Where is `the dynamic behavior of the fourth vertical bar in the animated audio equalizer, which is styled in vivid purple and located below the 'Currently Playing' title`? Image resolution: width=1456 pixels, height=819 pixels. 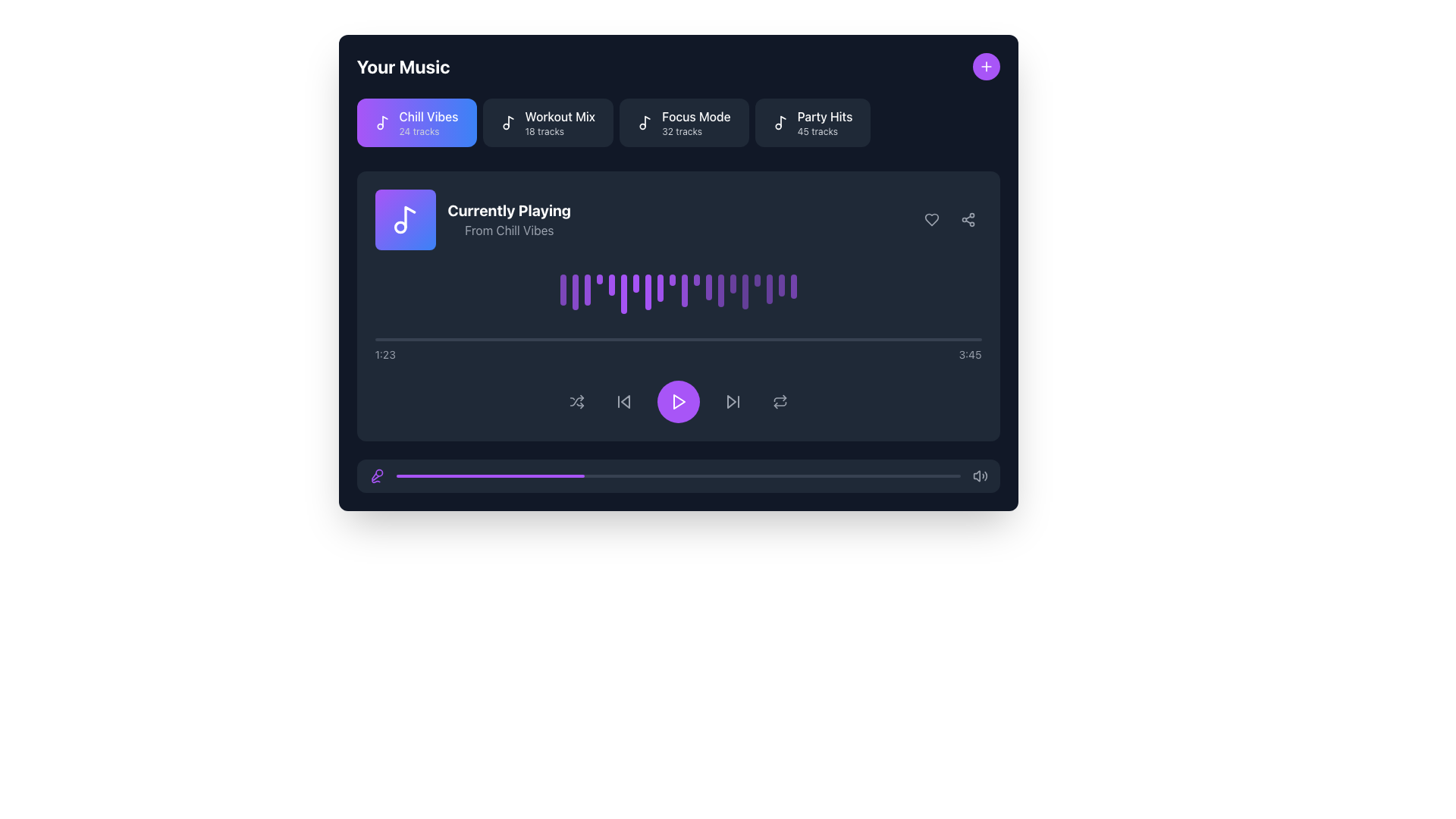
the dynamic behavior of the fourth vertical bar in the animated audio equalizer, which is styled in vivid purple and located below the 'Currently Playing' title is located at coordinates (598, 279).